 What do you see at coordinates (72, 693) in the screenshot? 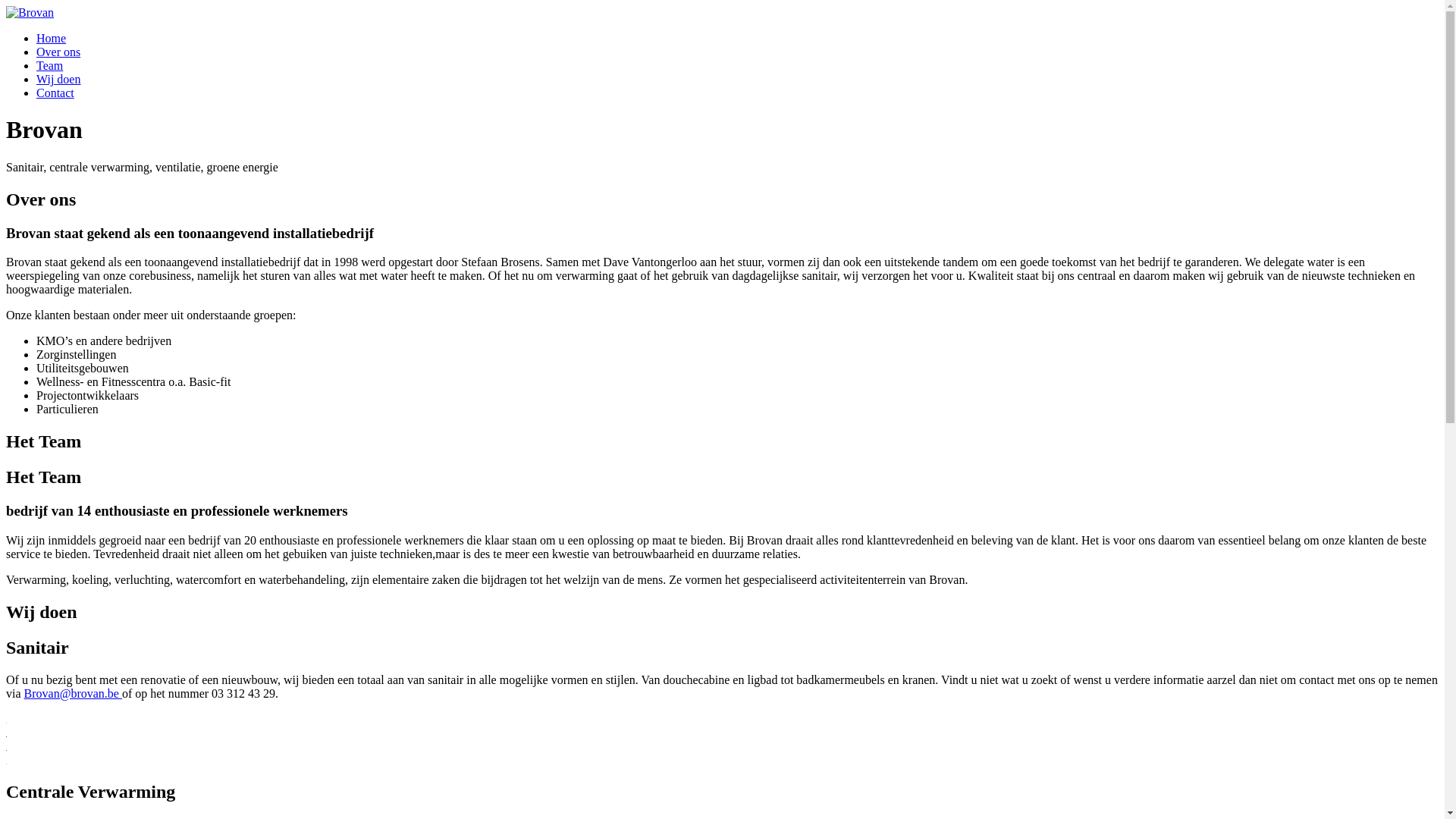
I see `'Brovan@brovan.be'` at bounding box center [72, 693].